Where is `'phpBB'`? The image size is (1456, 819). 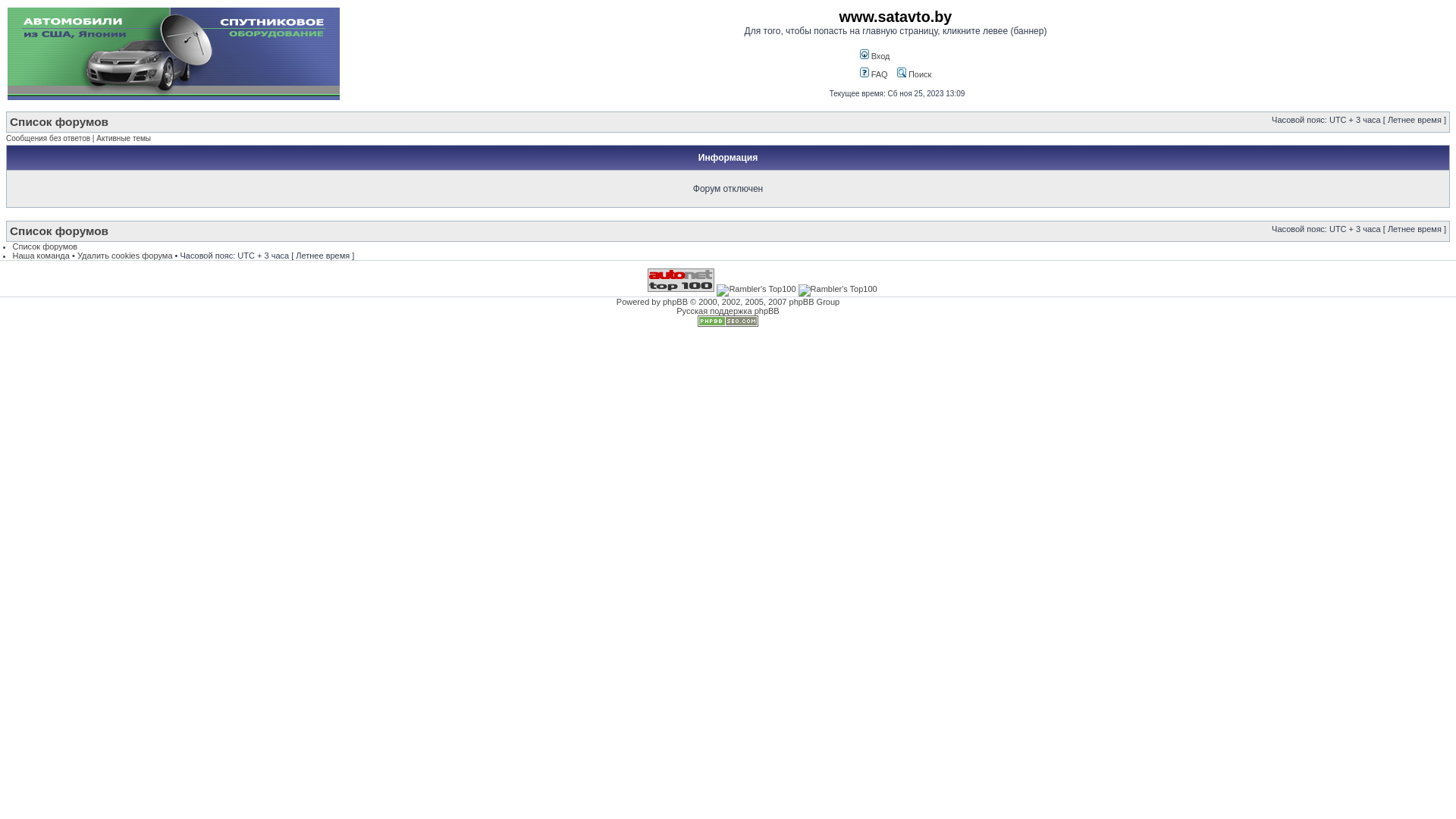
'phpBB' is located at coordinates (674, 301).